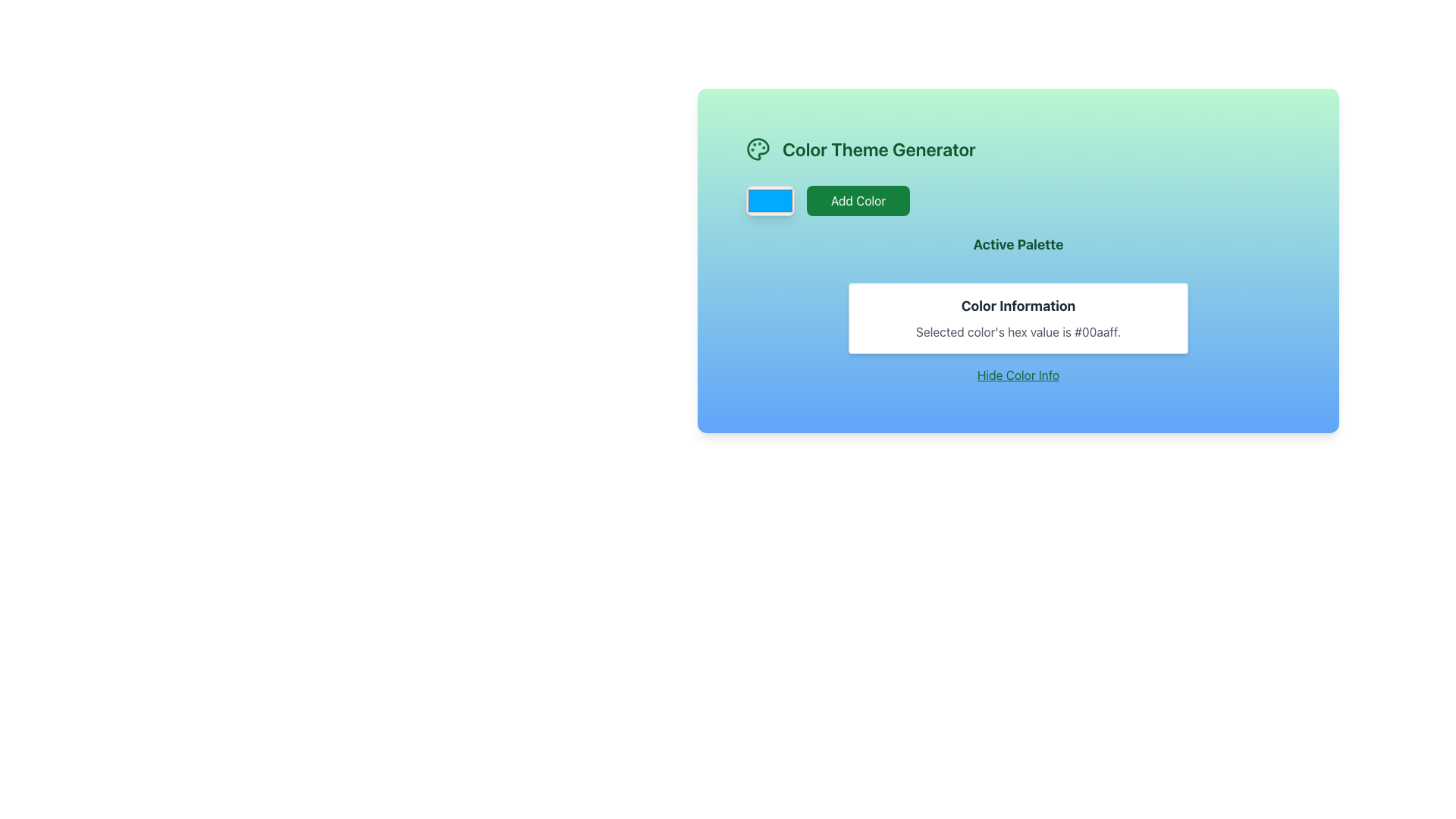 This screenshot has width=1456, height=819. I want to click on the 'Add Color' button, which is a rectangular button with a green background and white text, so click(858, 200).